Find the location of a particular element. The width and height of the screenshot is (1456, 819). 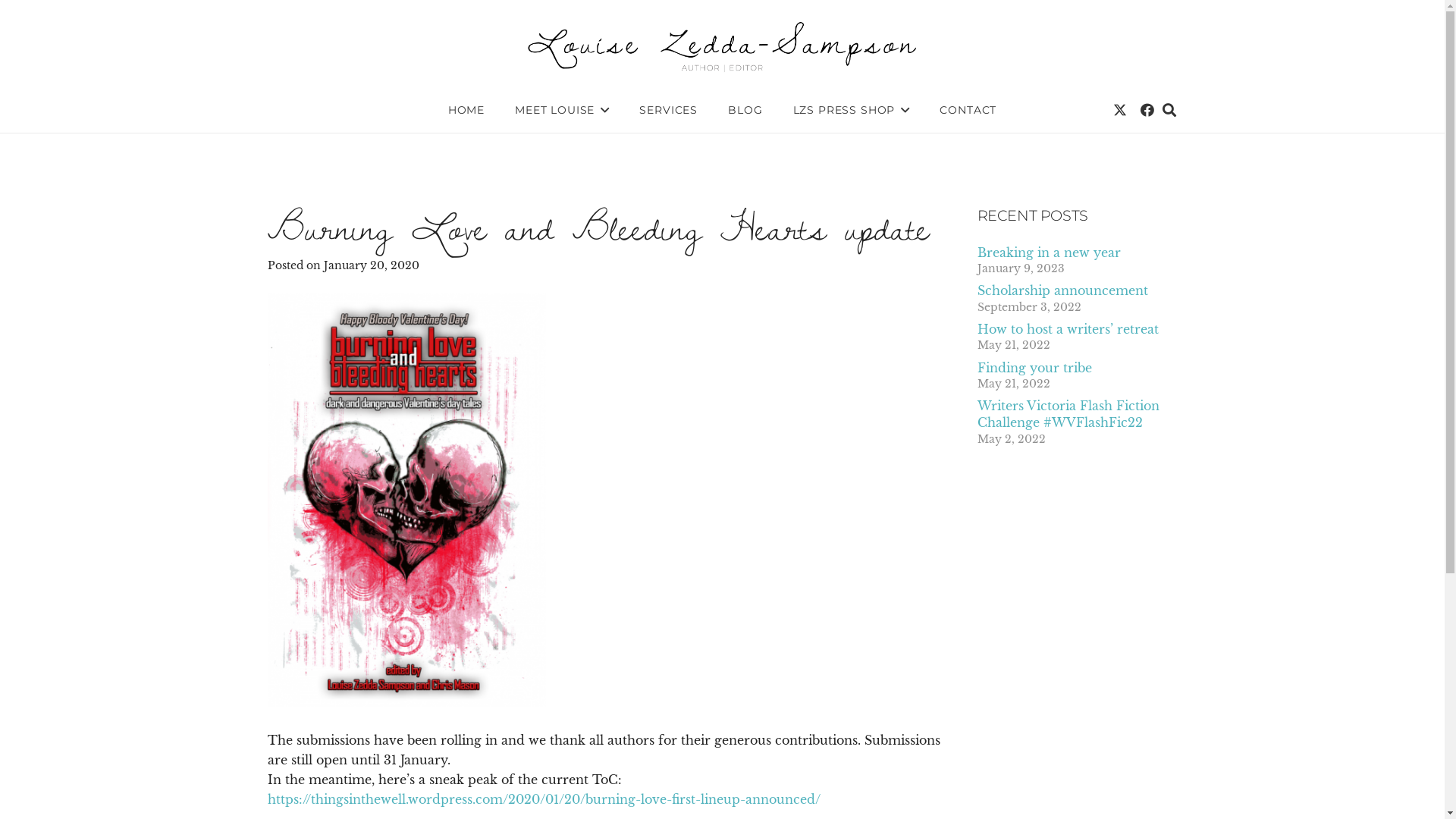

'SERVICES' is located at coordinates (623, 109).